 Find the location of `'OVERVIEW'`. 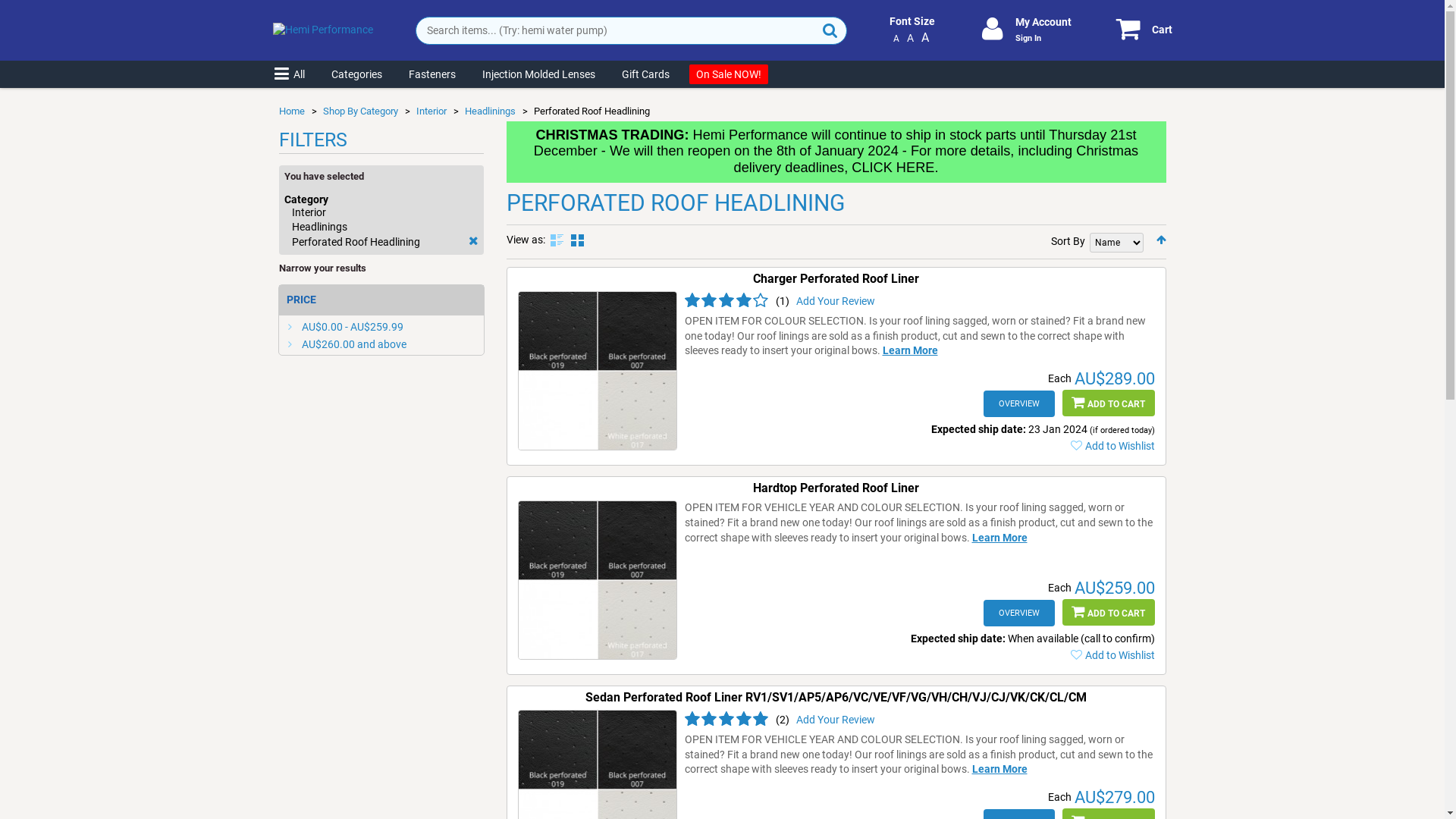

'OVERVIEW' is located at coordinates (1018, 612).